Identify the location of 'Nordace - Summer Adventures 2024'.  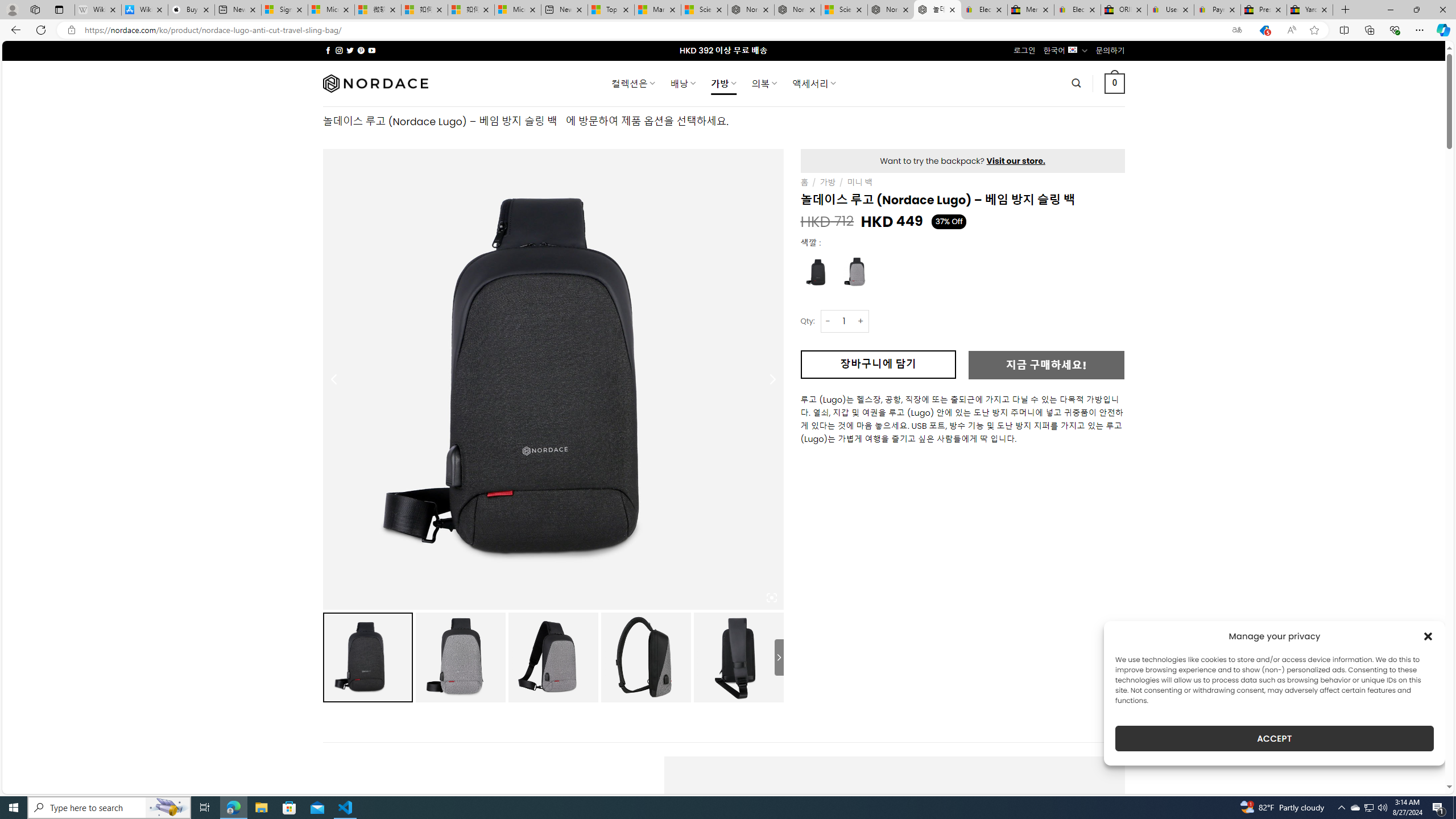
(890, 9).